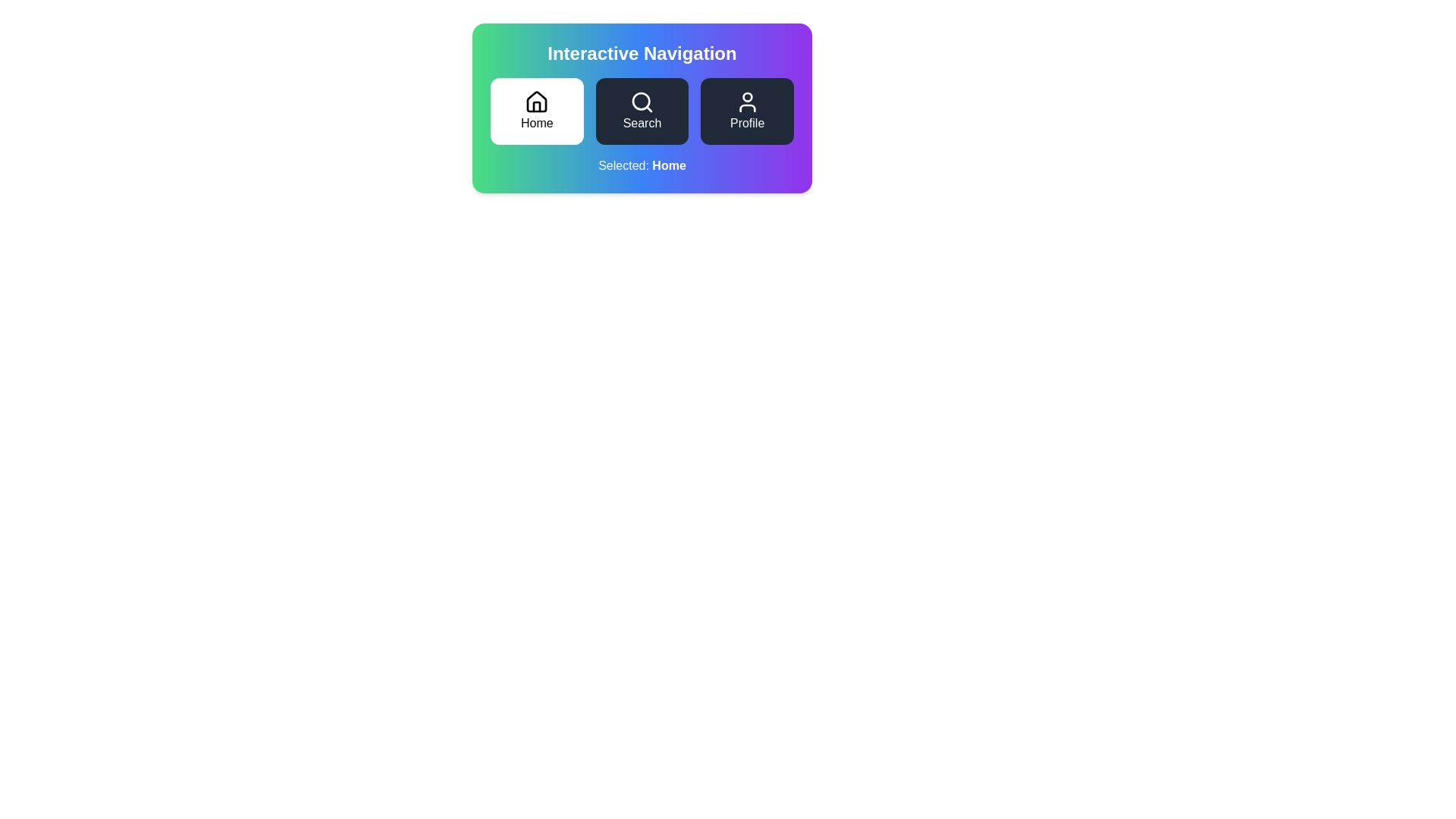 The width and height of the screenshot is (1456, 819). Describe the element at coordinates (537, 122) in the screenshot. I see `the text label element displaying 'Home'` at that location.